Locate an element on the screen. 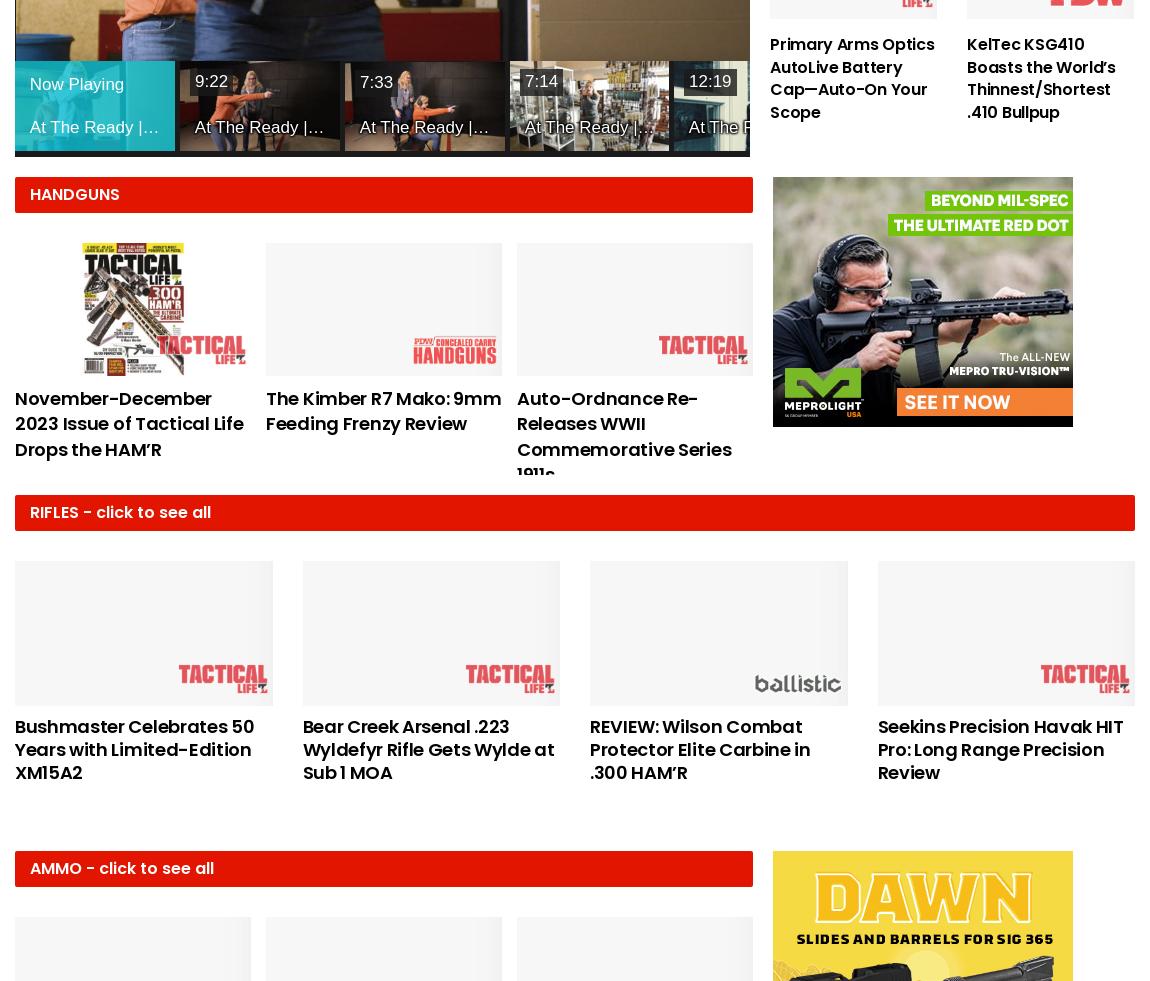 The height and width of the screenshot is (981, 1150). 'The SIG Sauer P365 is Now California Compliant' is located at coordinates (883, 410).